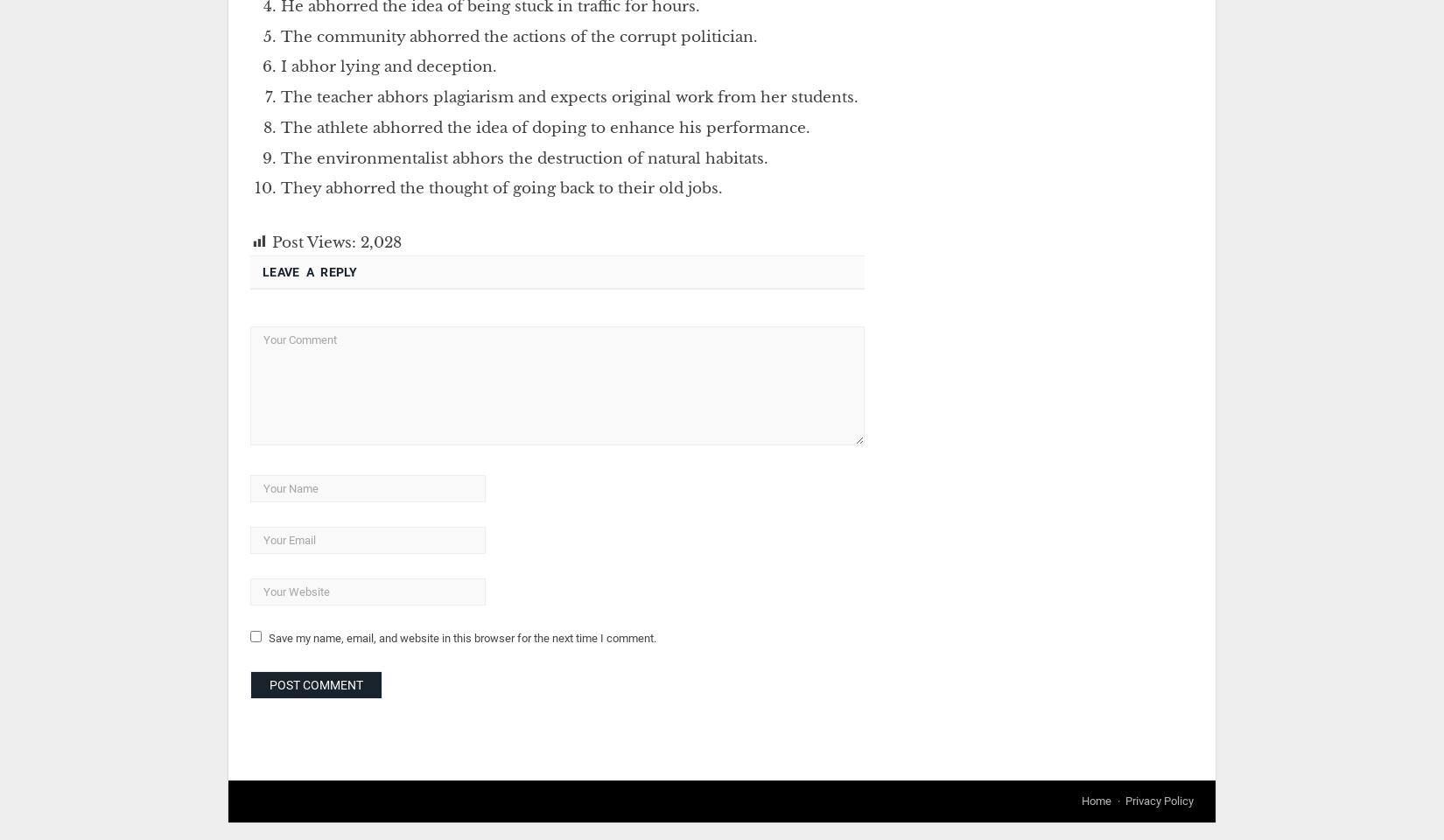 This screenshot has height=840, width=1444. What do you see at coordinates (309, 272) in the screenshot?
I see `'Leave A Reply'` at bounding box center [309, 272].